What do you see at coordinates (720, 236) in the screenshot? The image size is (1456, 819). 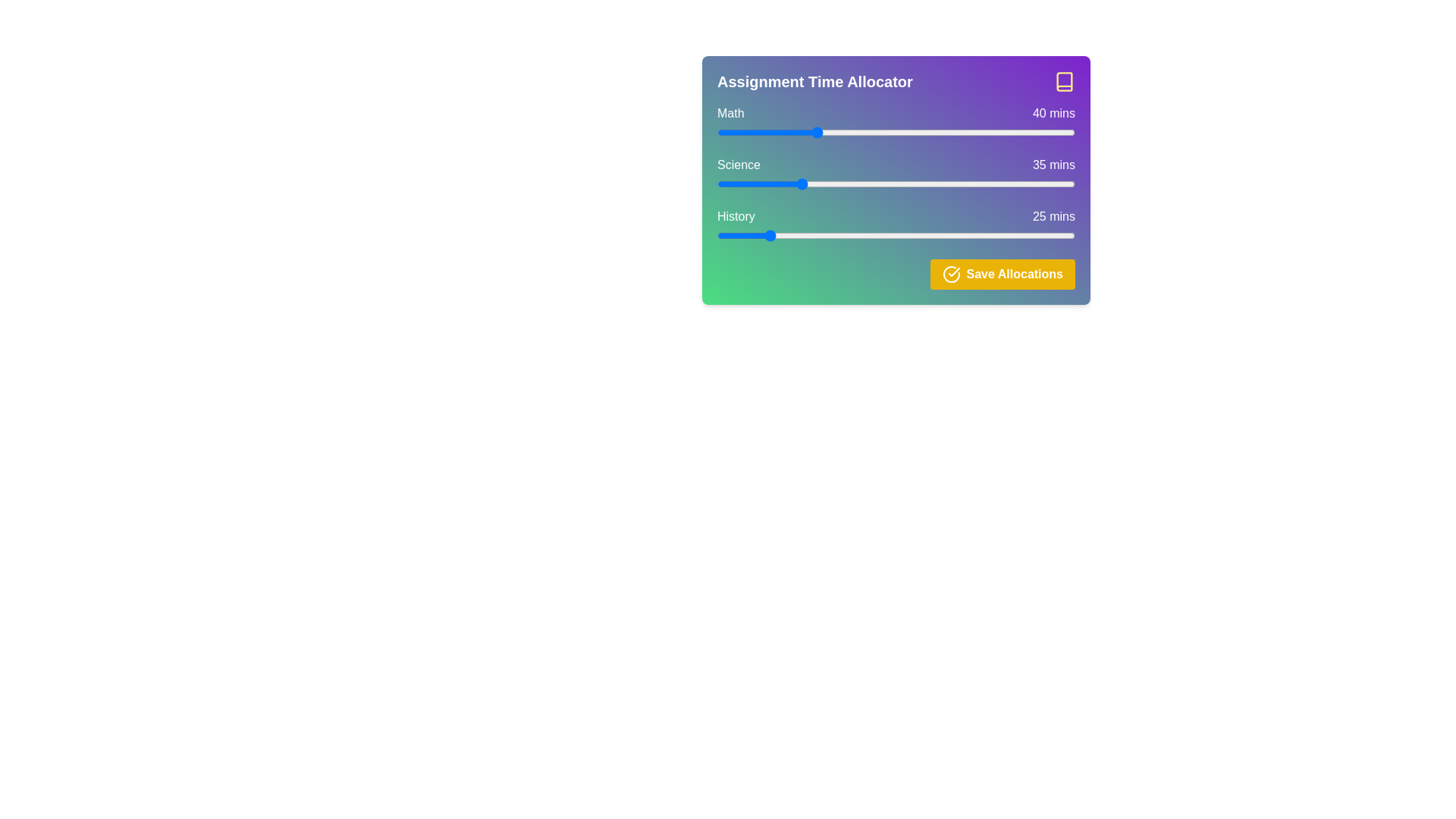 I see `the history allocation time` at bounding box center [720, 236].